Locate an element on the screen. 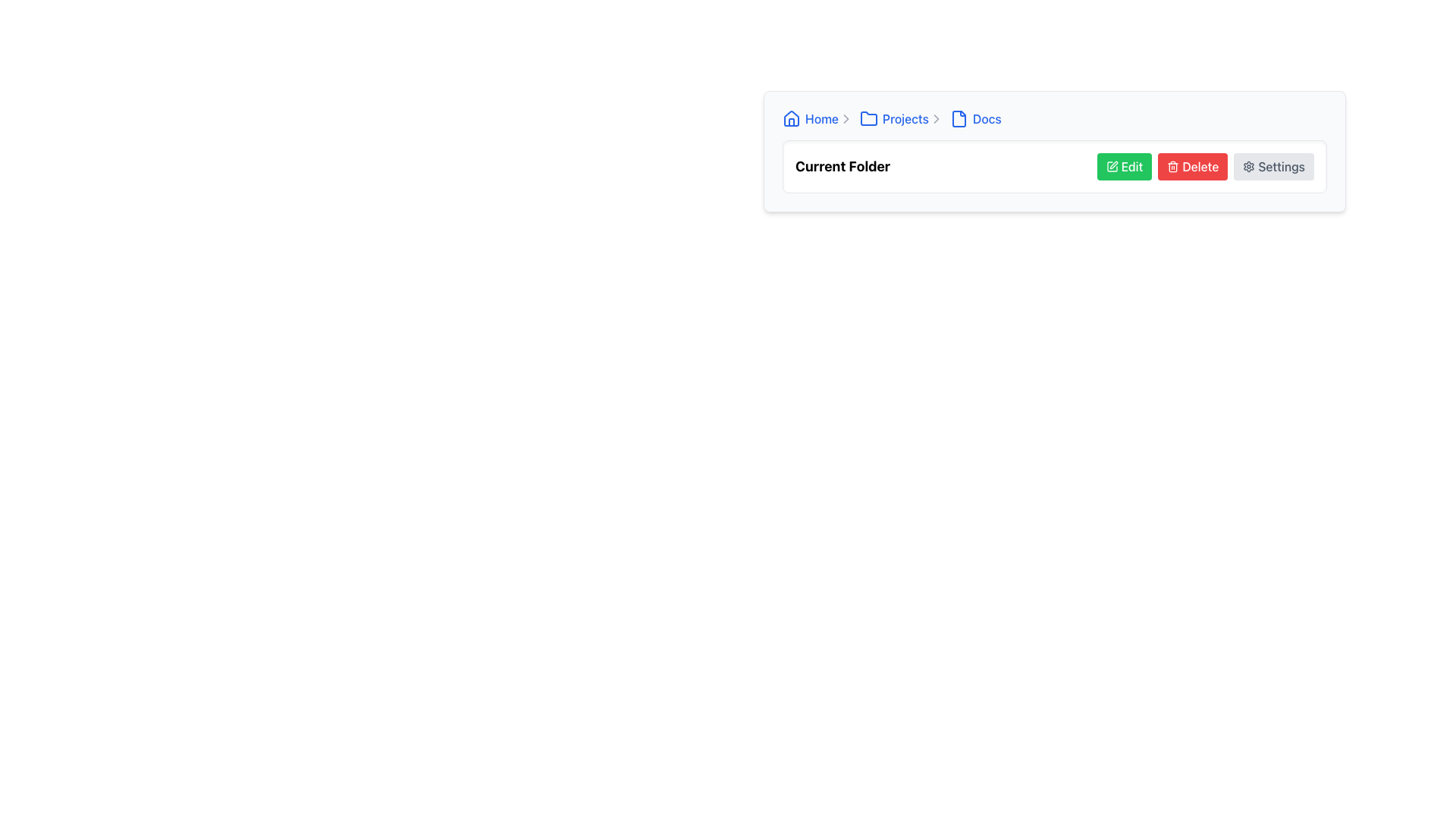 The width and height of the screenshot is (1456, 819). the right-pointing chevron arrow icon in the breadcrumb navigation system, positioned between 'Projects' and 'Docs' is located at coordinates (935, 118).